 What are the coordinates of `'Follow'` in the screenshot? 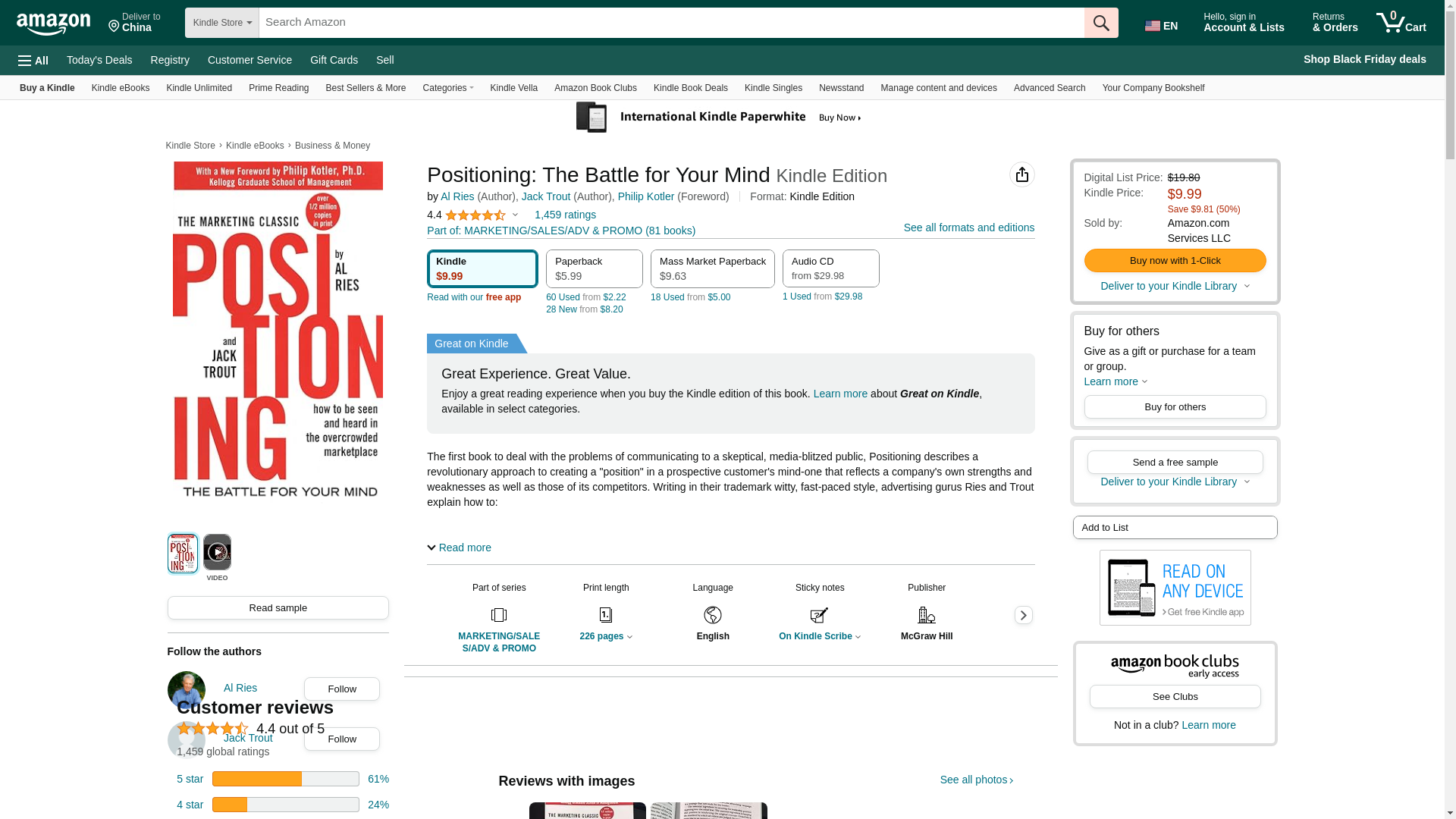 It's located at (304, 689).